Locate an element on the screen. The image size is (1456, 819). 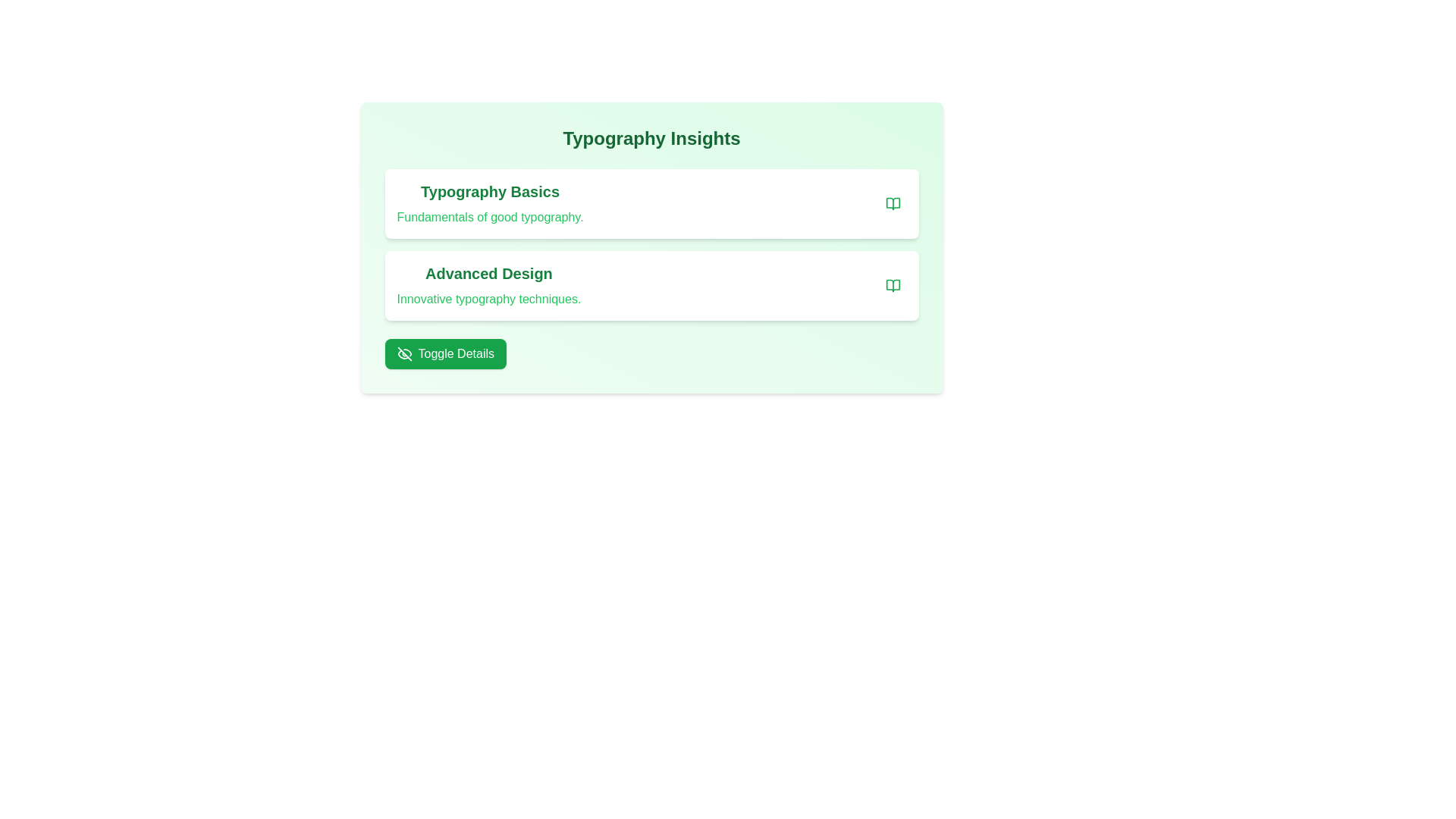
the icon located to the left of the 'Toggle Details' button in the 'Typography Insights' card is located at coordinates (404, 353).